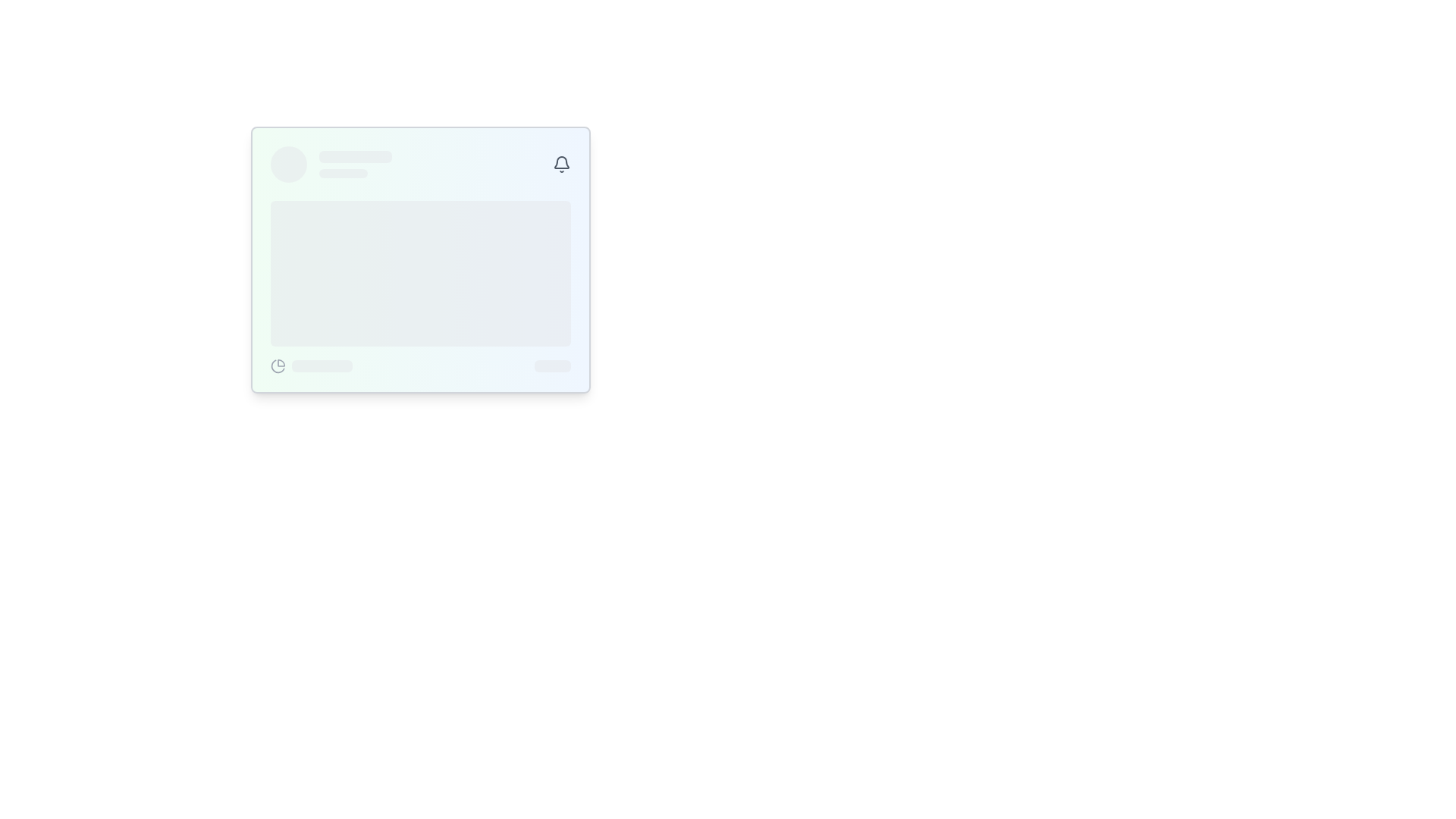  Describe the element at coordinates (560, 164) in the screenshot. I see `the bell-shaped interactive icon in the top-right corner of the header to change its color from gray to blue` at that location.